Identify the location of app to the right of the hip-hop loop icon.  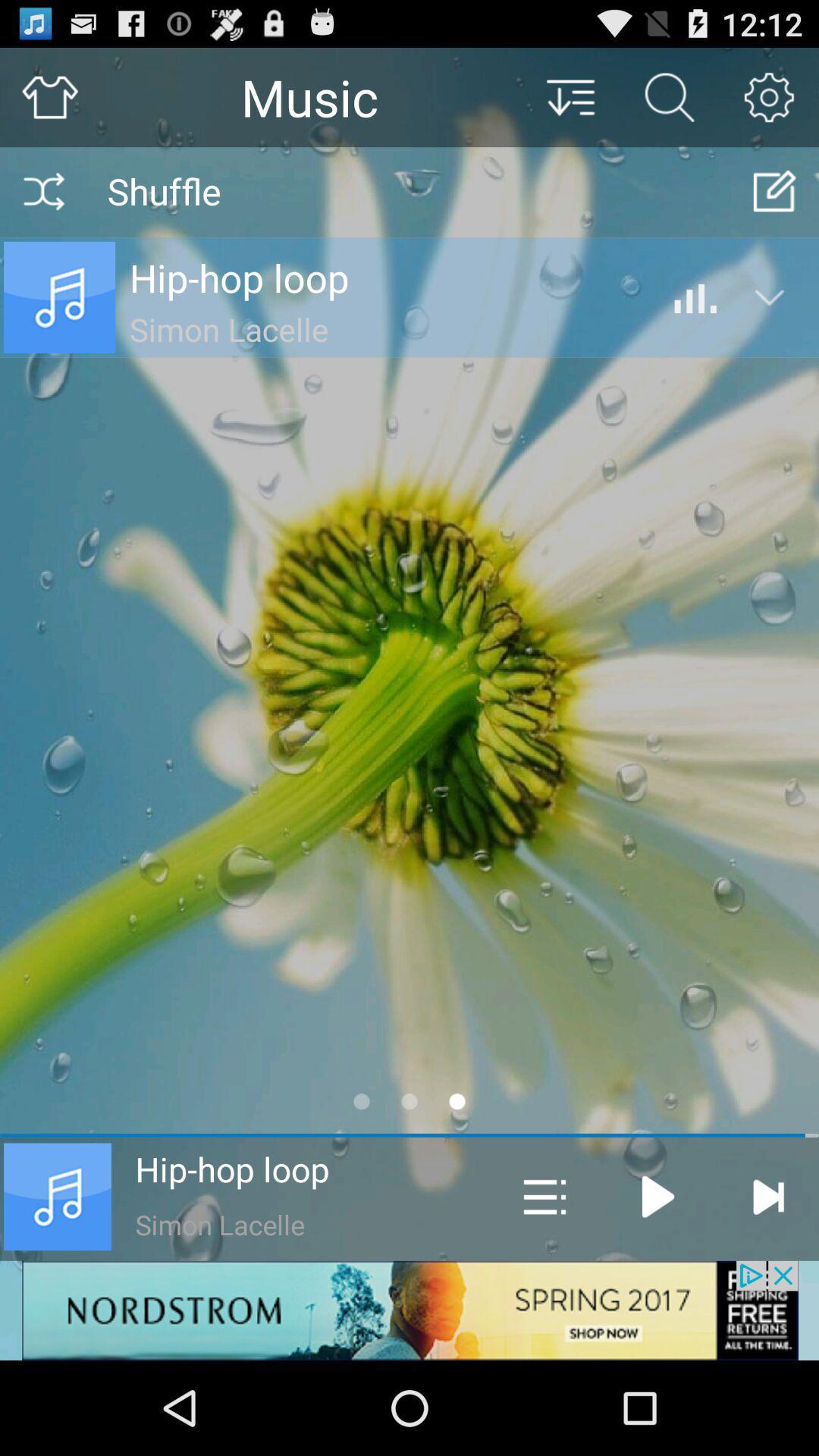
(544, 1196).